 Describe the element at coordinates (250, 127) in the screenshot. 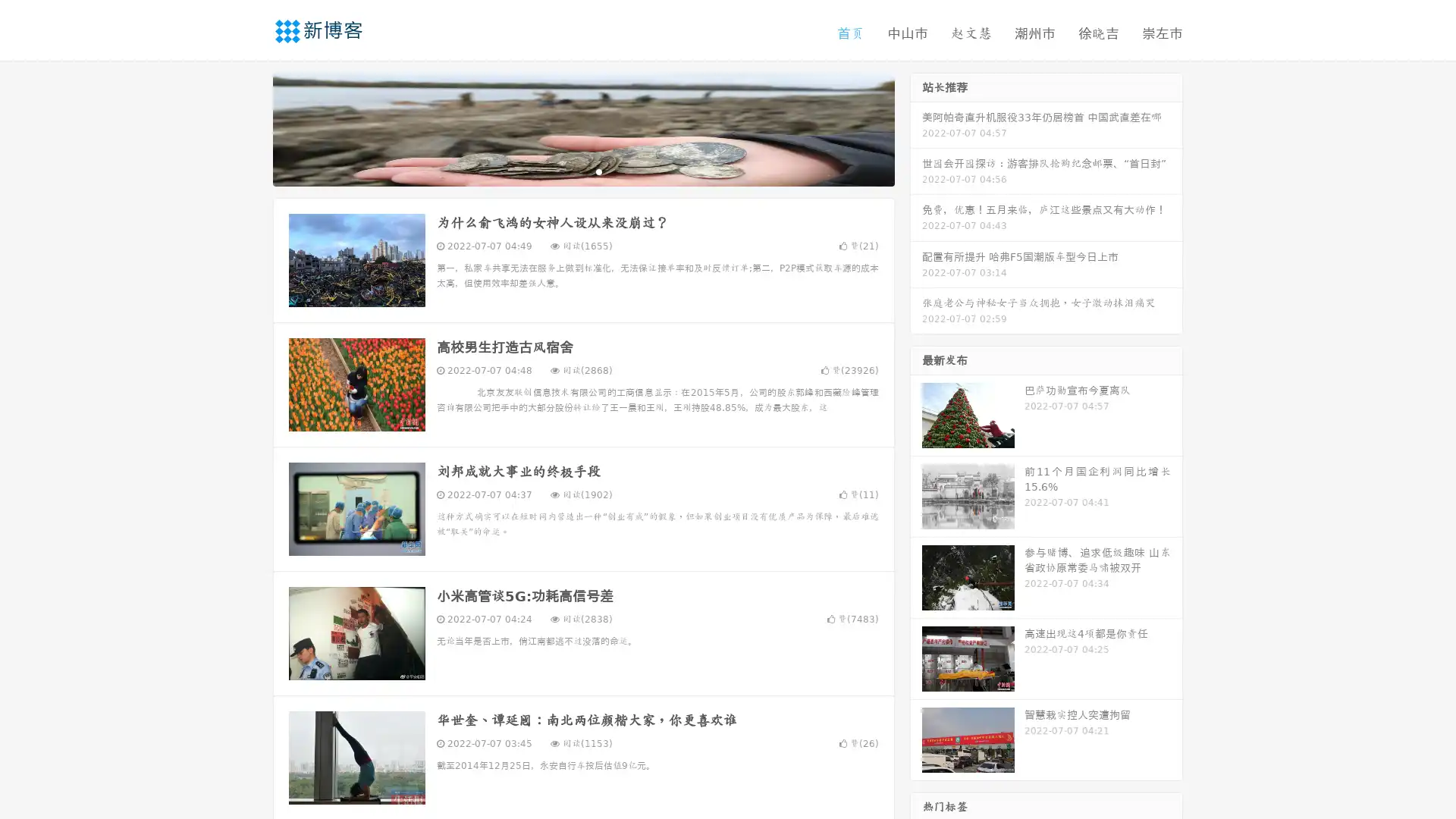

I see `Previous slide` at that location.